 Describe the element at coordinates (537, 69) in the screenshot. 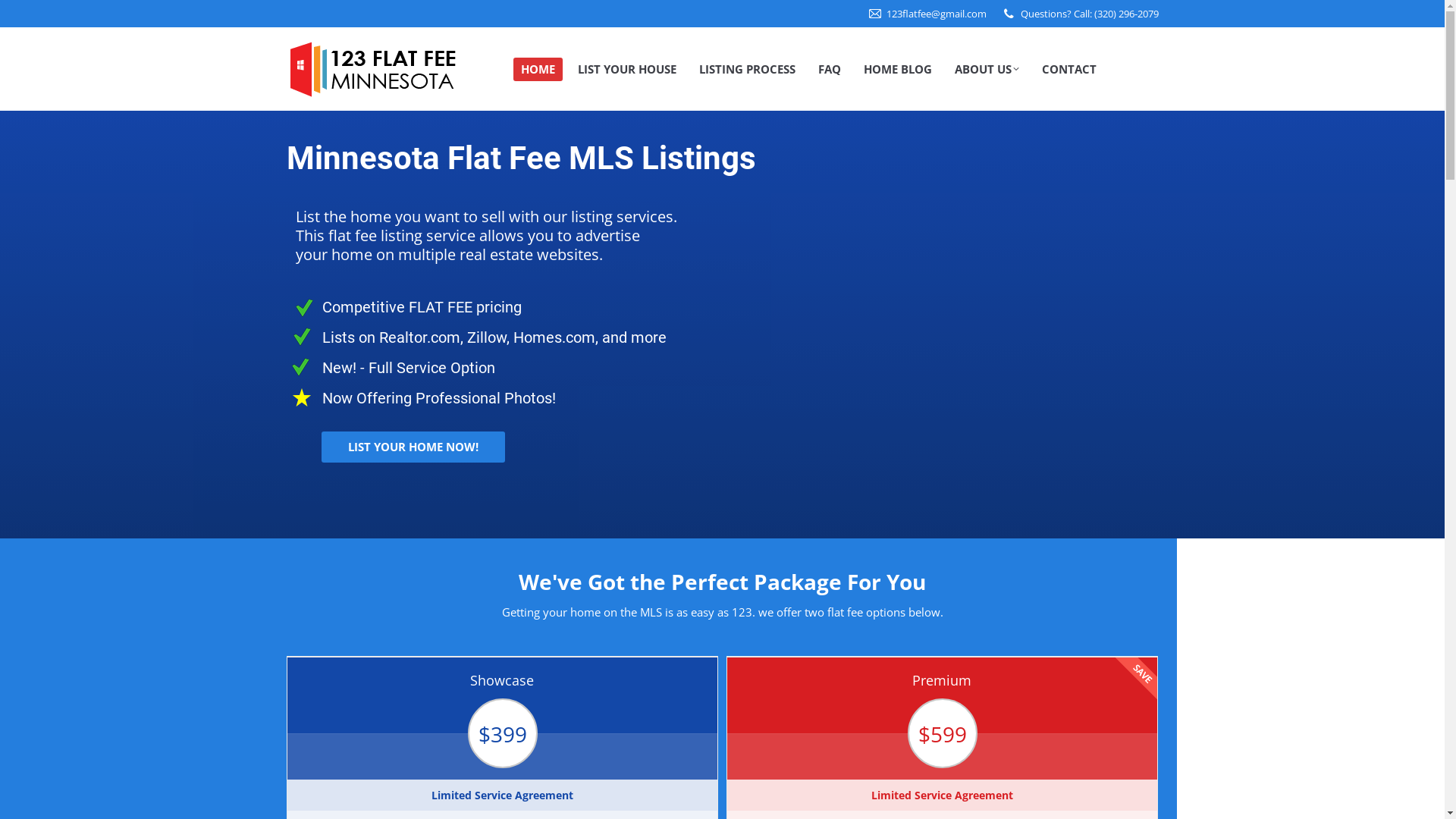

I see `'HOME'` at that location.